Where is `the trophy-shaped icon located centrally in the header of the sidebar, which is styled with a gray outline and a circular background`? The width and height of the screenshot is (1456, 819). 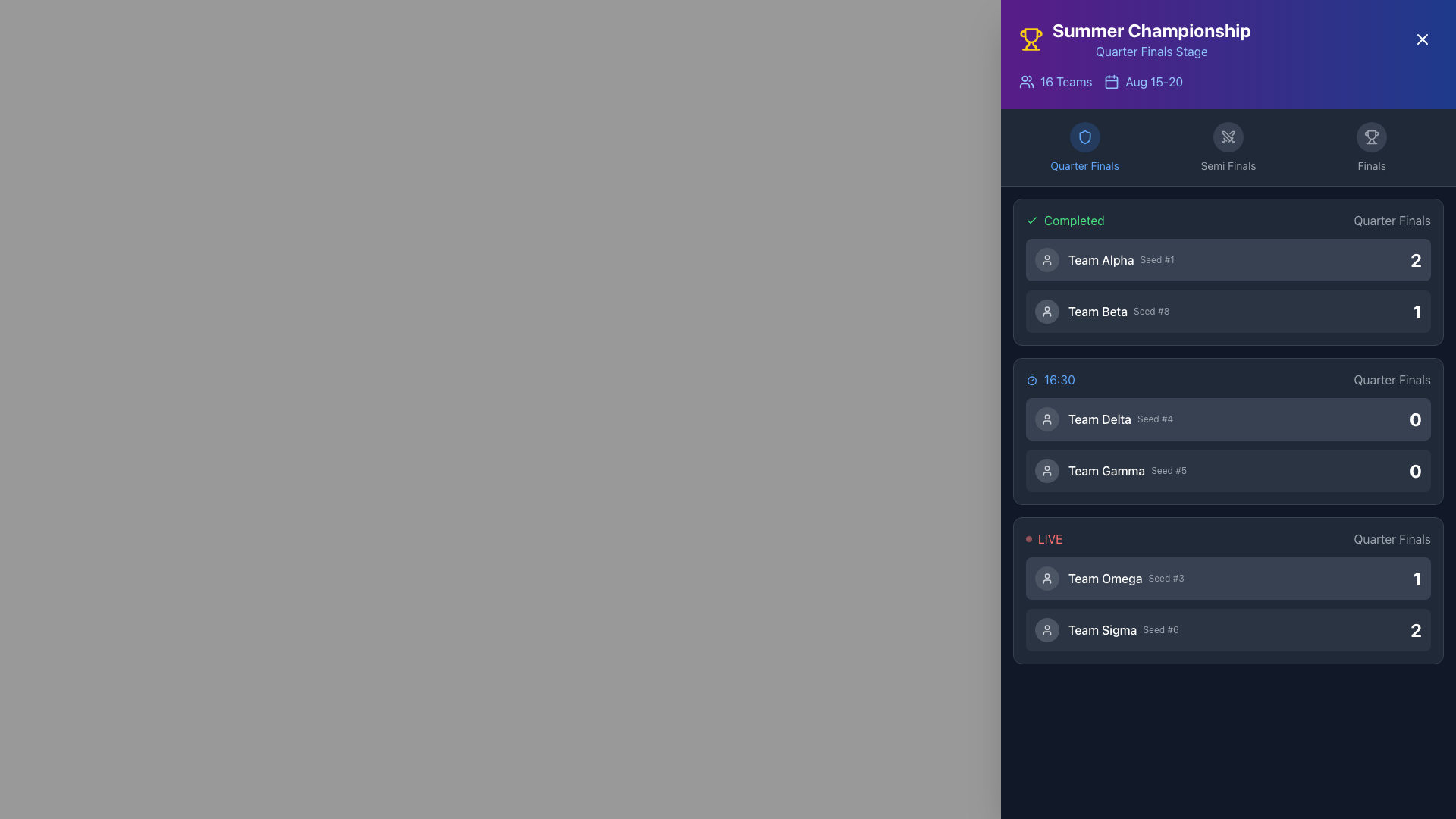
the trophy-shaped icon located centrally in the header of the sidebar, which is styled with a gray outline and a circular background is located at coordinates (1372, 137).